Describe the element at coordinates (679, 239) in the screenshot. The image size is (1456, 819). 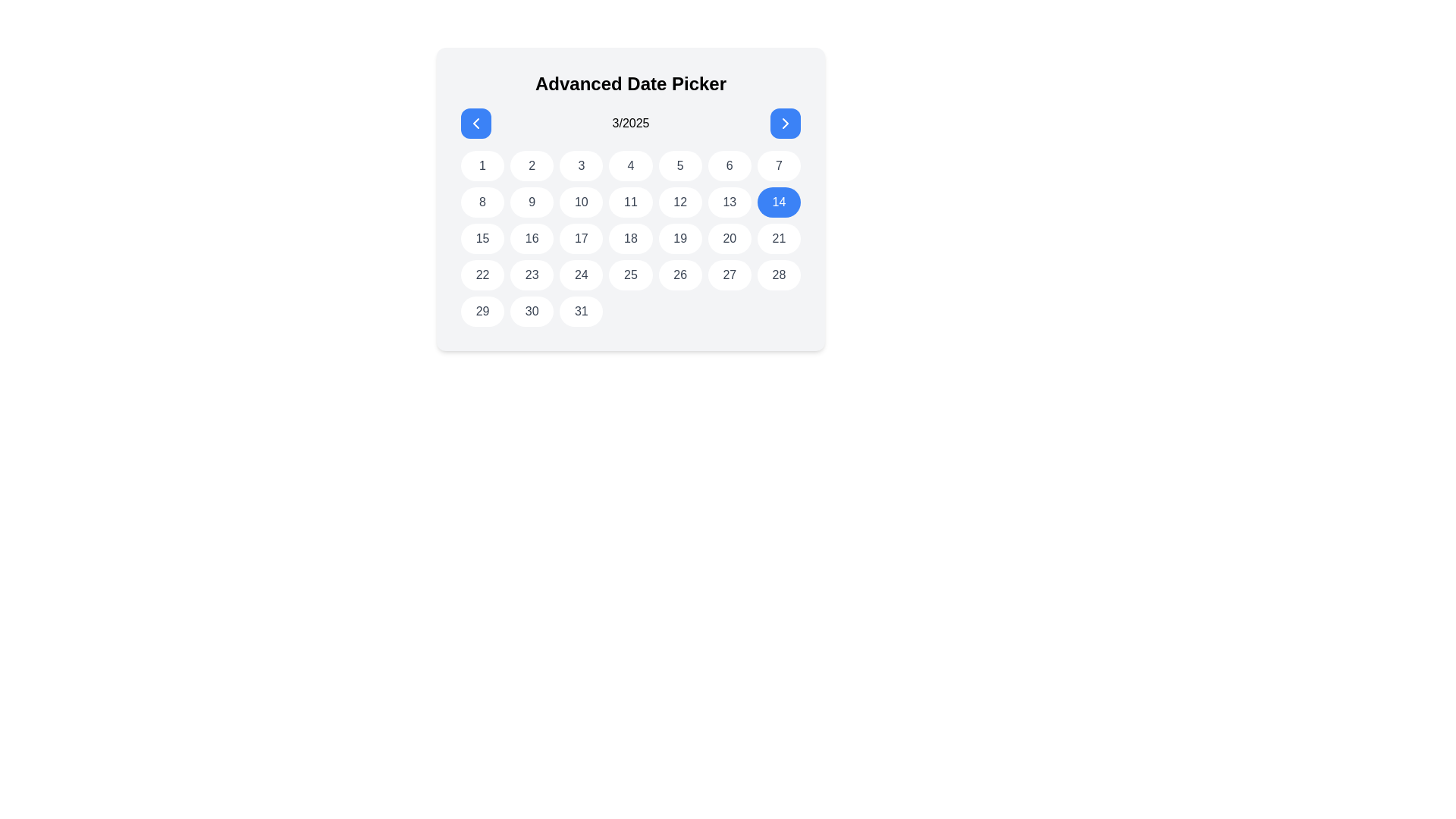
I see `the calendar day button located in the fifth column and third row of the date picker` at that location.